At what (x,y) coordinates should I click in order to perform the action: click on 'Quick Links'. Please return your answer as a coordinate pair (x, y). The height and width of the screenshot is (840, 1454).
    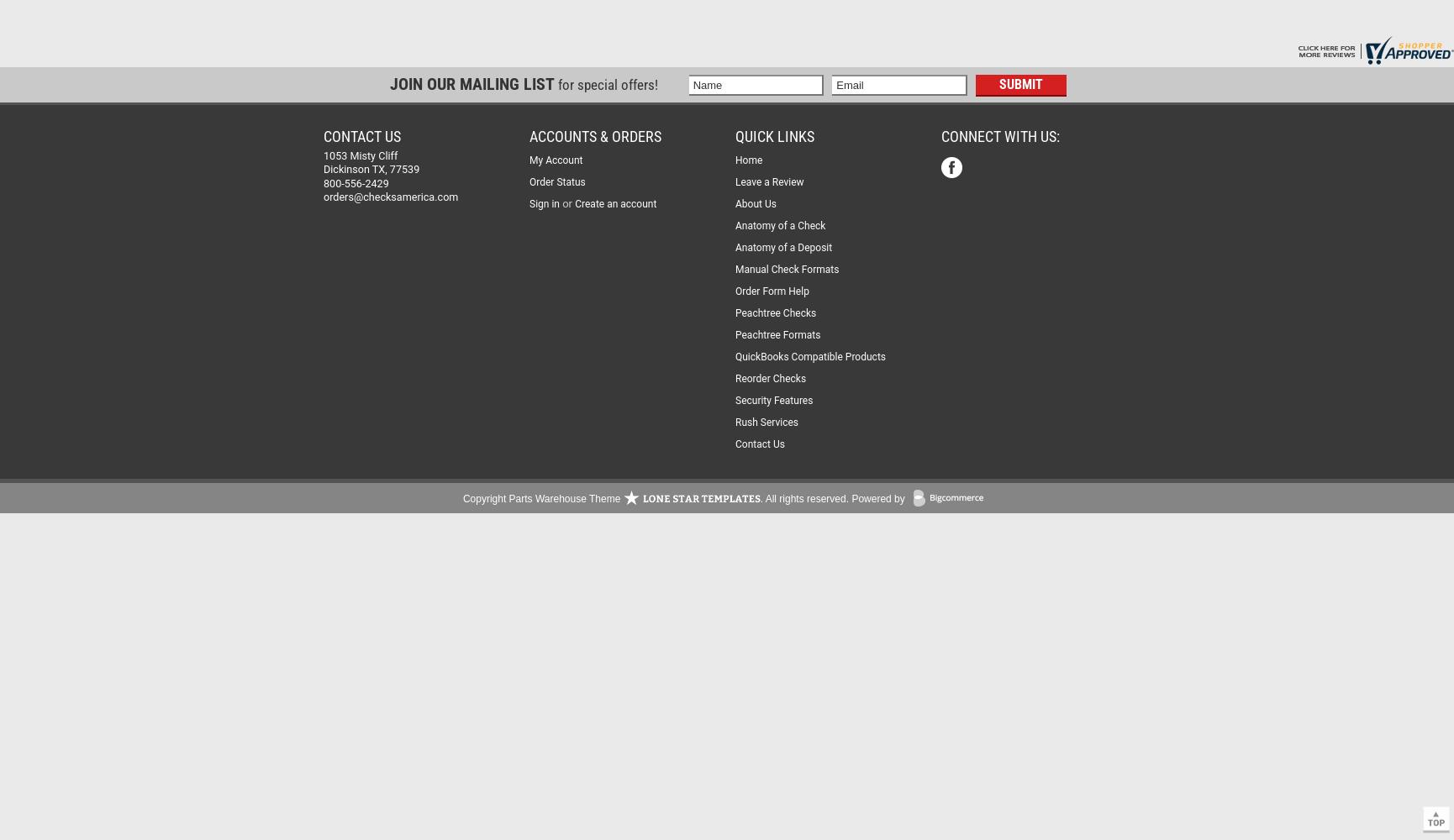
    Looking at the image, I should click on (774, 136).